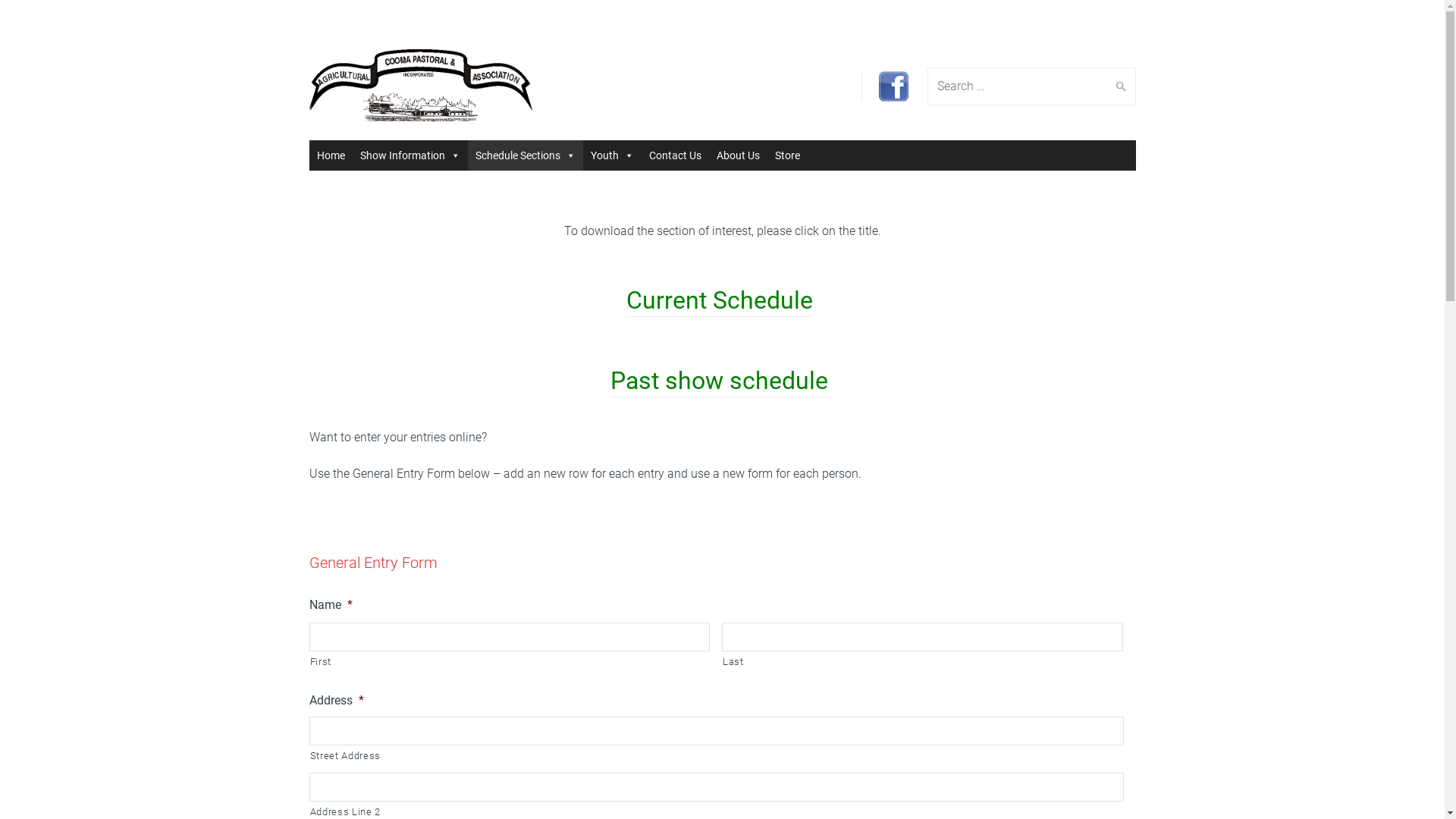 The image size is (1456, 819). Describe the element at coordinates (524, 155) in the screenshot. I see `'Schedule Sections'` at that location.